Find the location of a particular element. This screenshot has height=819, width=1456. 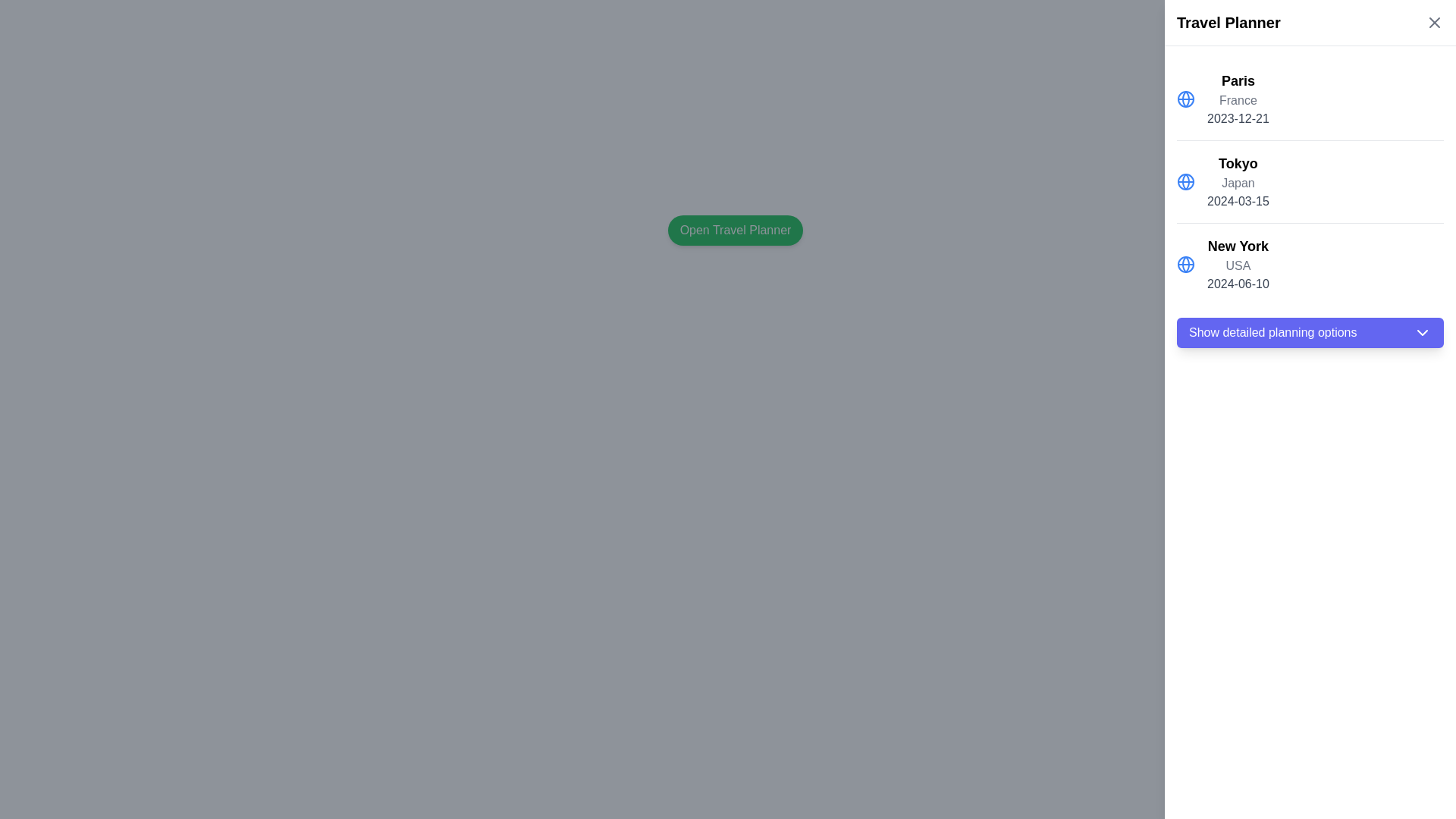

the geographical icon located in the sidebar on the right, positioned above the 'Tokyo, Japan' entry is located at coordinates (1185, 180).